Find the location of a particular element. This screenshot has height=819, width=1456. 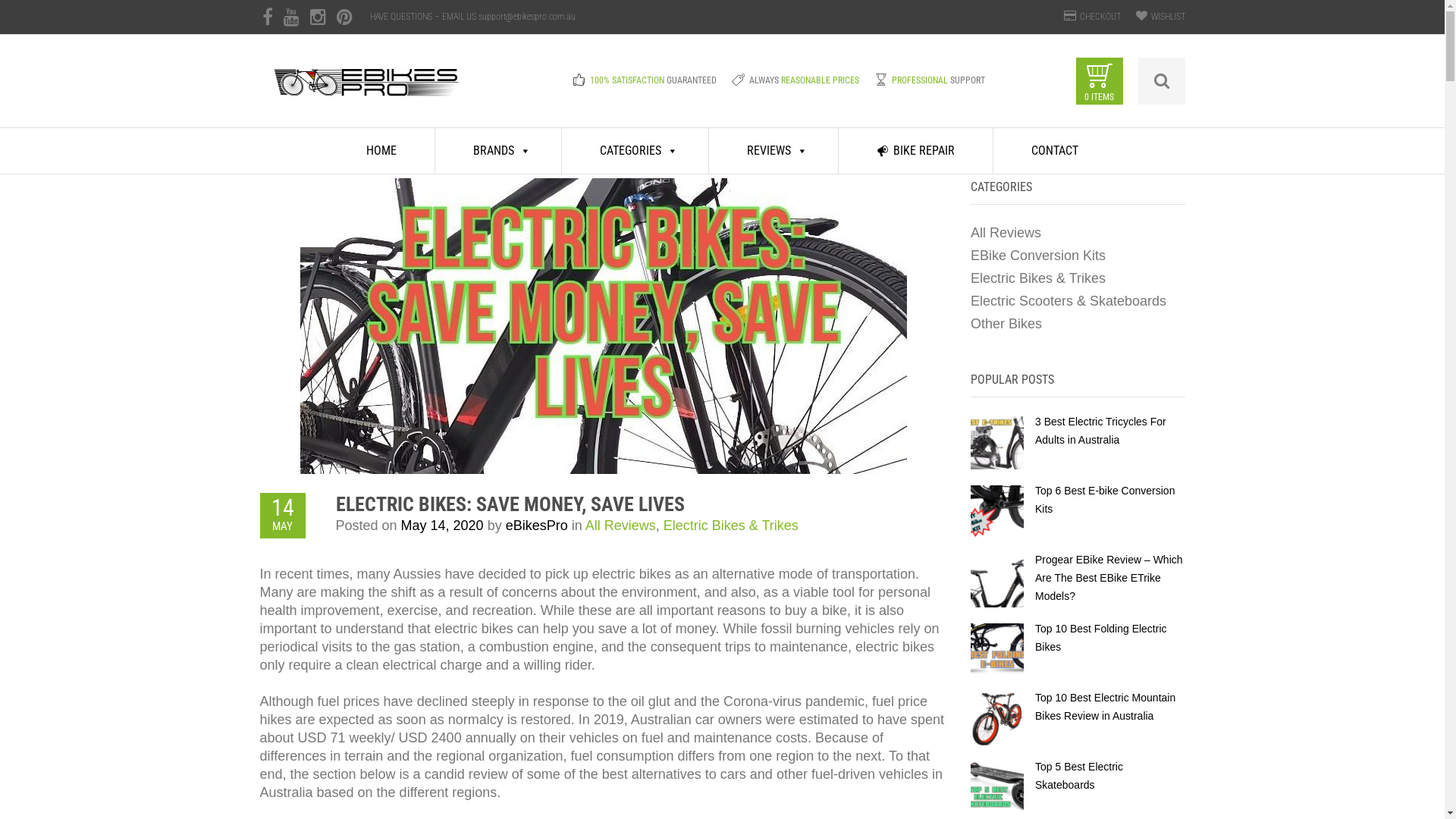

'CONTACT' is located at coordinates (1054, 151).